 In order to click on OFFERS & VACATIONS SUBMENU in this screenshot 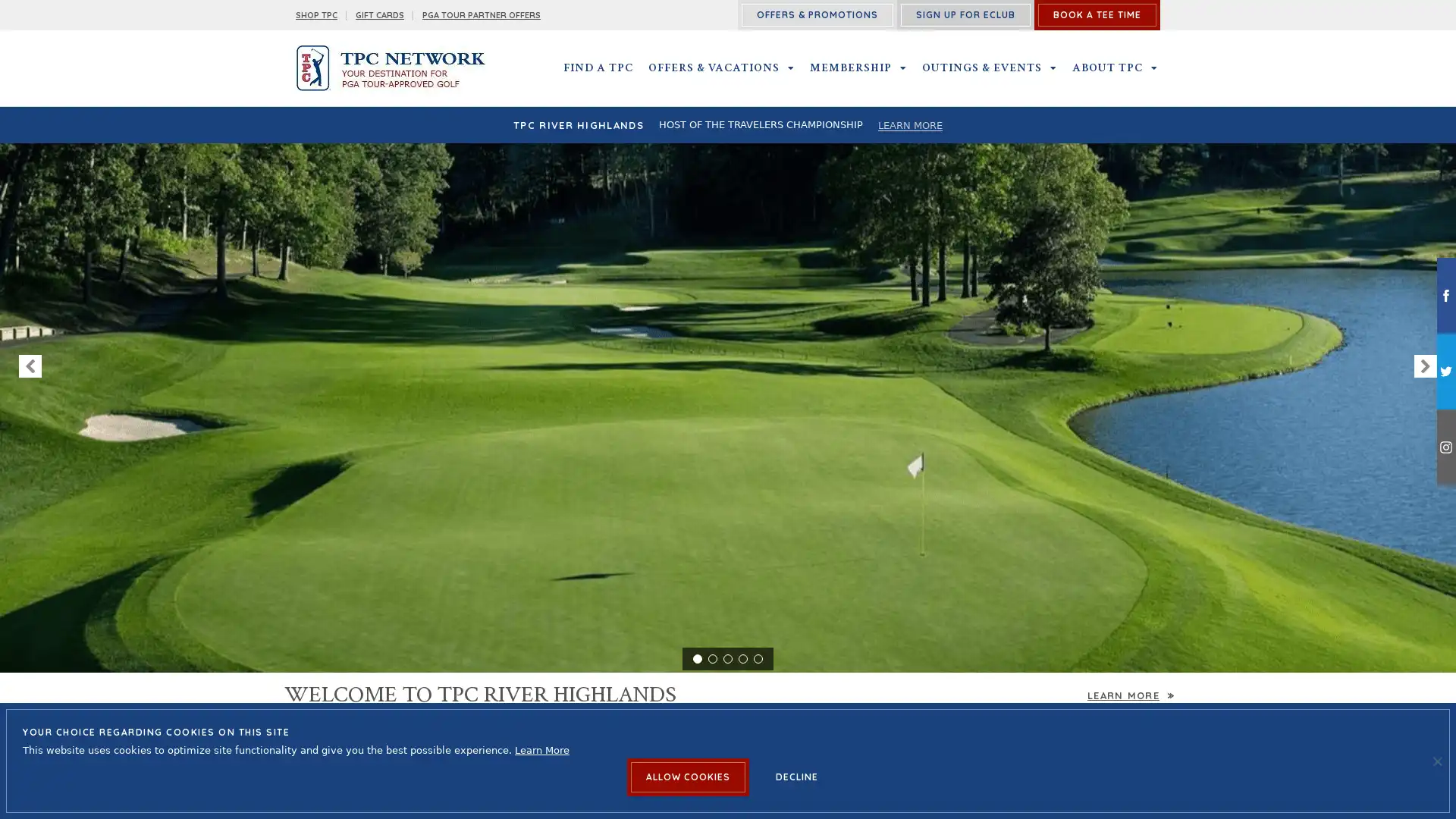, I will do `click(789, 67)`.